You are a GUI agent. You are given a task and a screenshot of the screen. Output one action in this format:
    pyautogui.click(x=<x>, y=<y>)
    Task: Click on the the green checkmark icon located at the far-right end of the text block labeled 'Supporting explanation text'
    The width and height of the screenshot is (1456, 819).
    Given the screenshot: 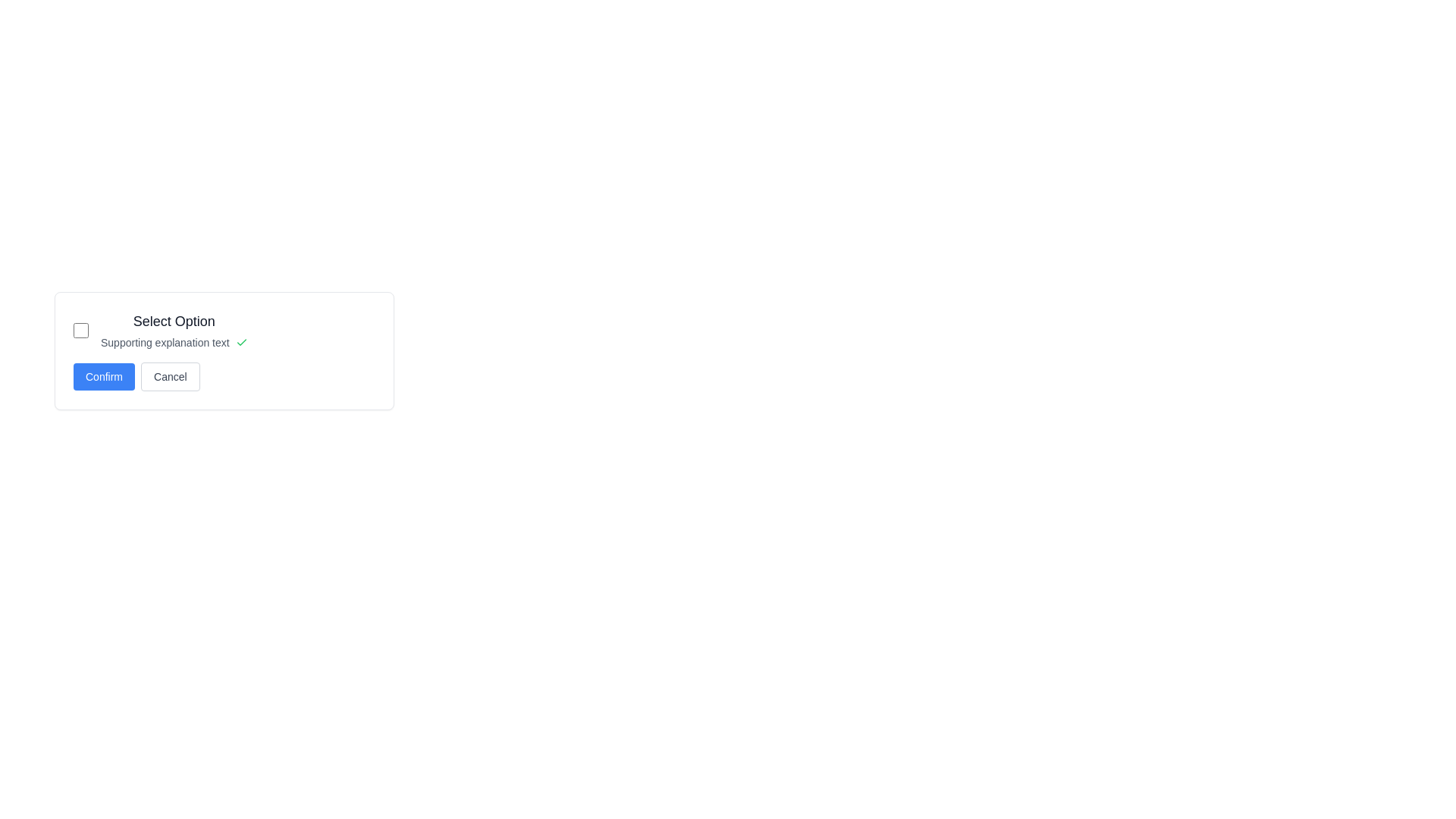 What is the action you would take?
    pyautogui.click(x=240, y=342)
    